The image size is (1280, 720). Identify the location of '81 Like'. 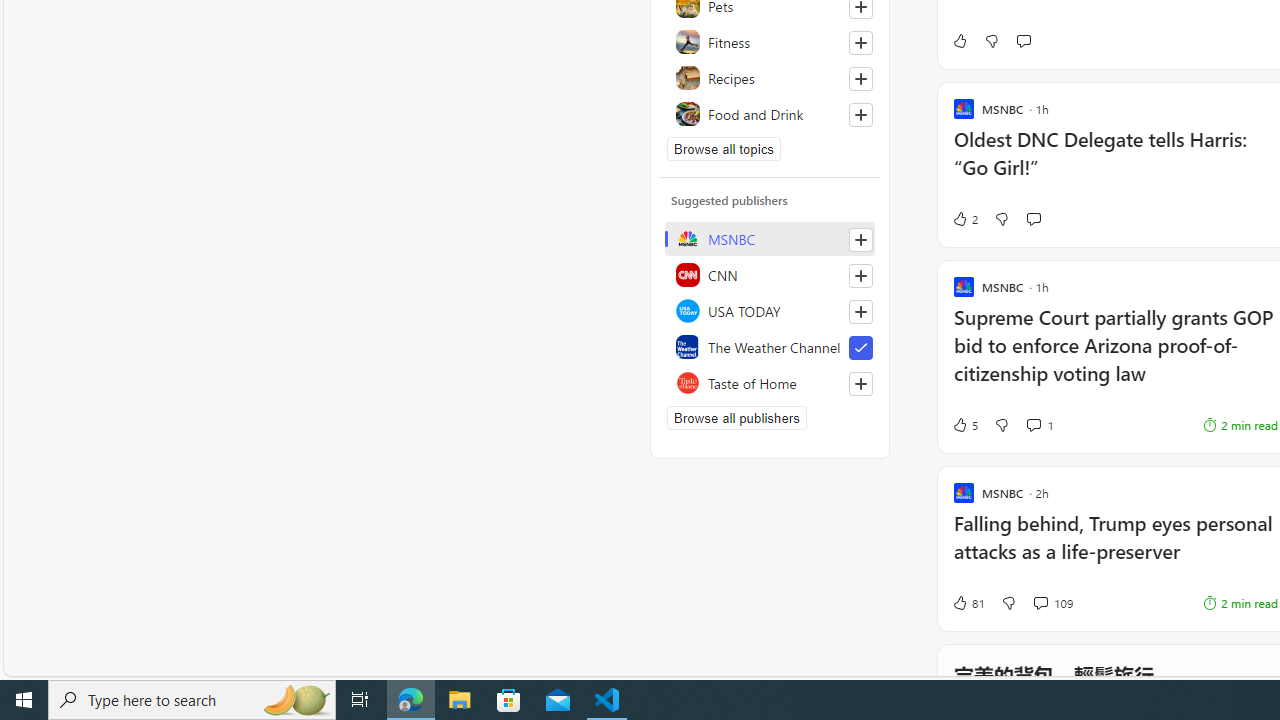
(968, 602).